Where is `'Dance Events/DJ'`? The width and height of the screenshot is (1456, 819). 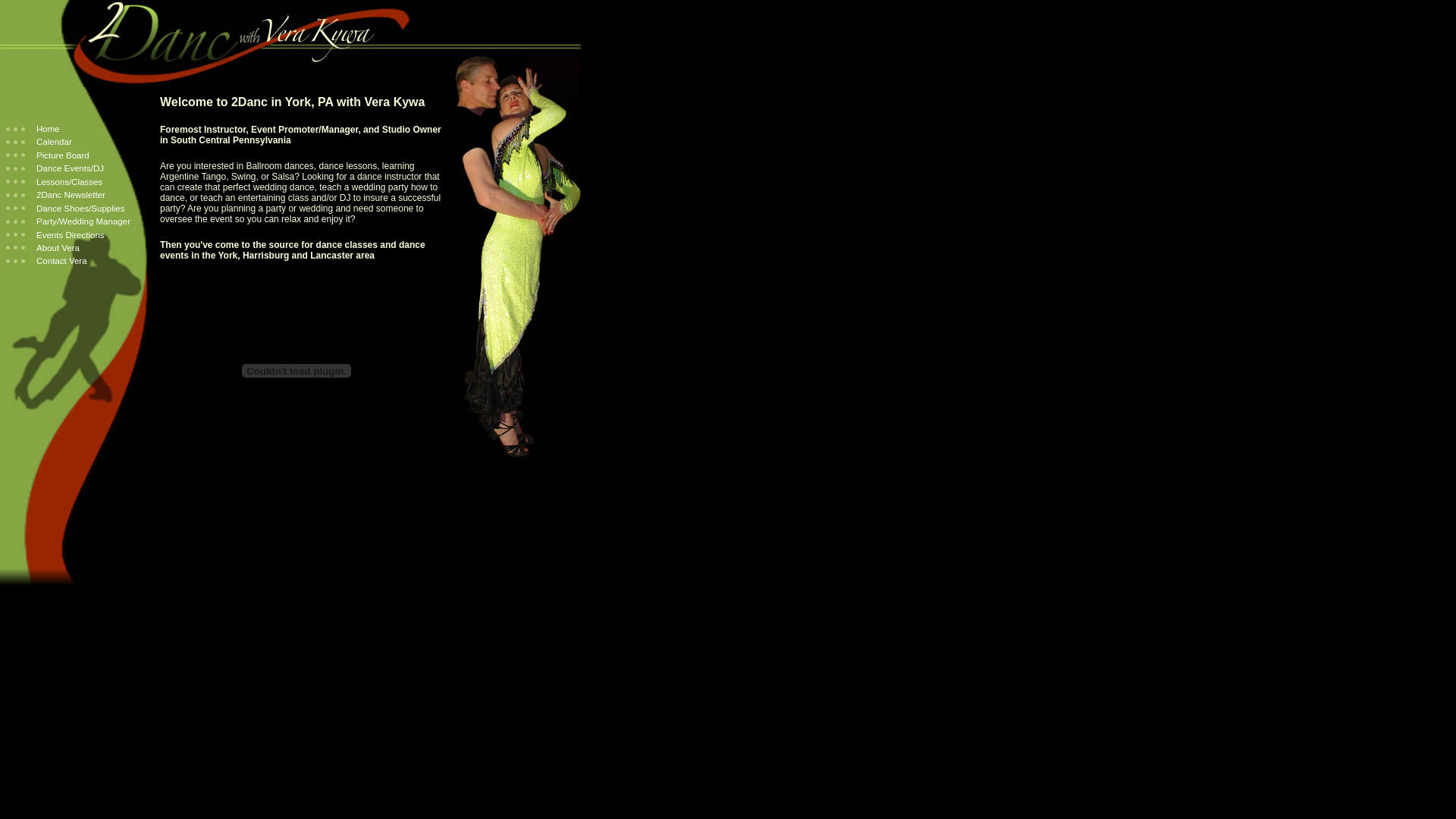
'Dance Events/DJ' is located at coordinates (55, 168).